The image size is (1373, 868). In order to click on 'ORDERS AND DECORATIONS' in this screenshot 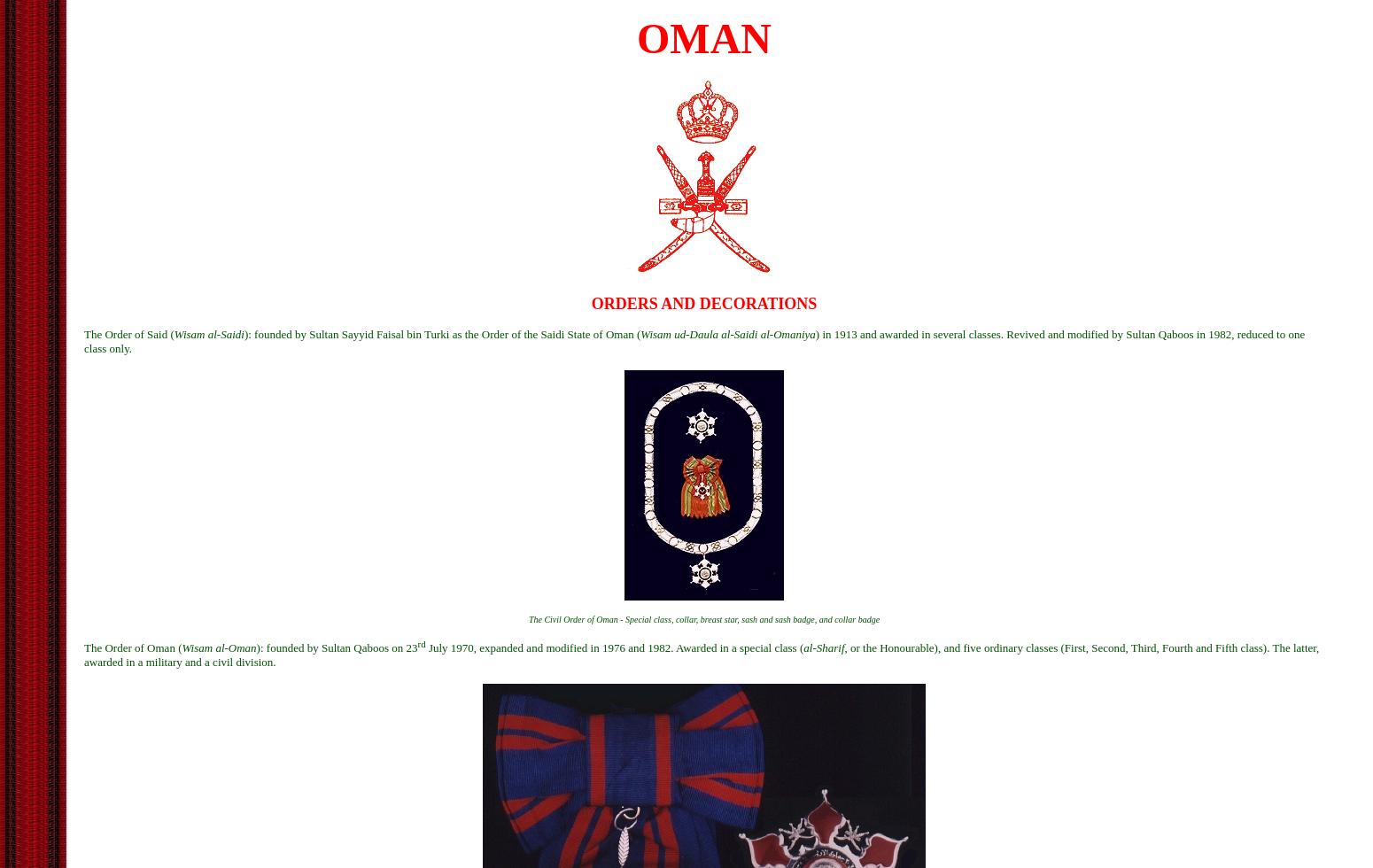, I will do `click(702, 304)`.